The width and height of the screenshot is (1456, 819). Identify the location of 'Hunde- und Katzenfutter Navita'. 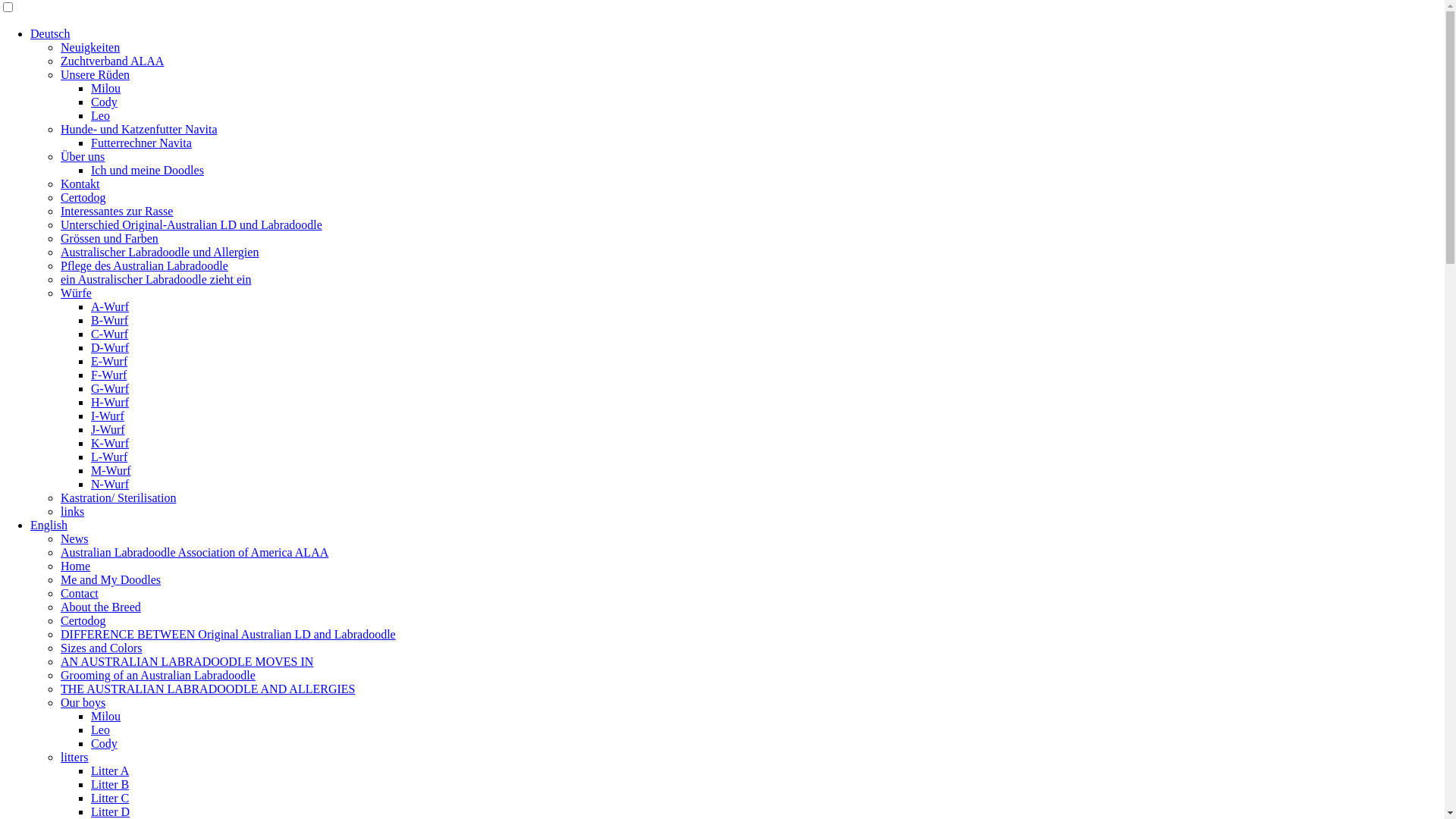
(61, 128).